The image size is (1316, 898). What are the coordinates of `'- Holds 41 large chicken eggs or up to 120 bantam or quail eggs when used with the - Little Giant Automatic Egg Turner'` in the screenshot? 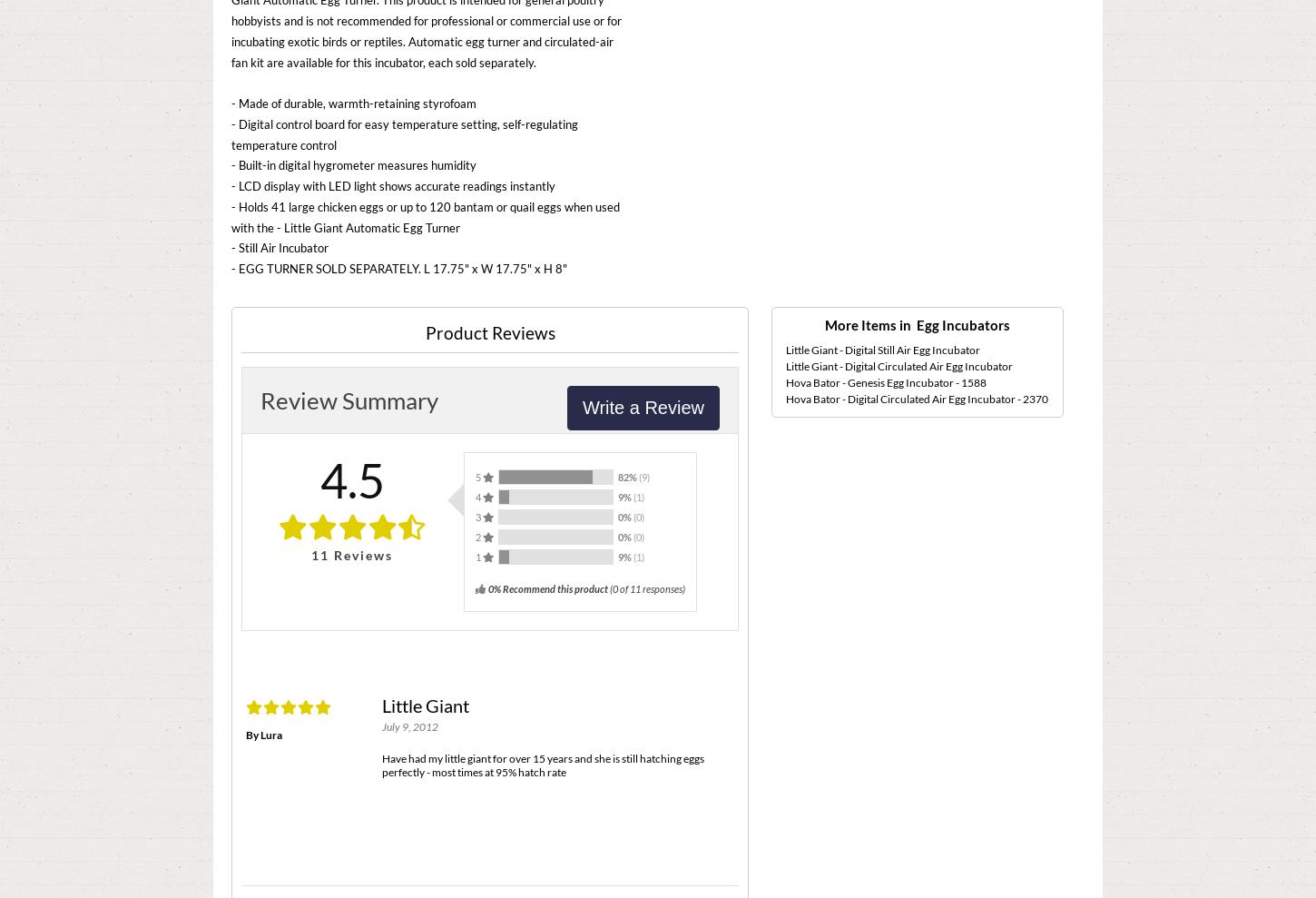 It's located at (424, 215).